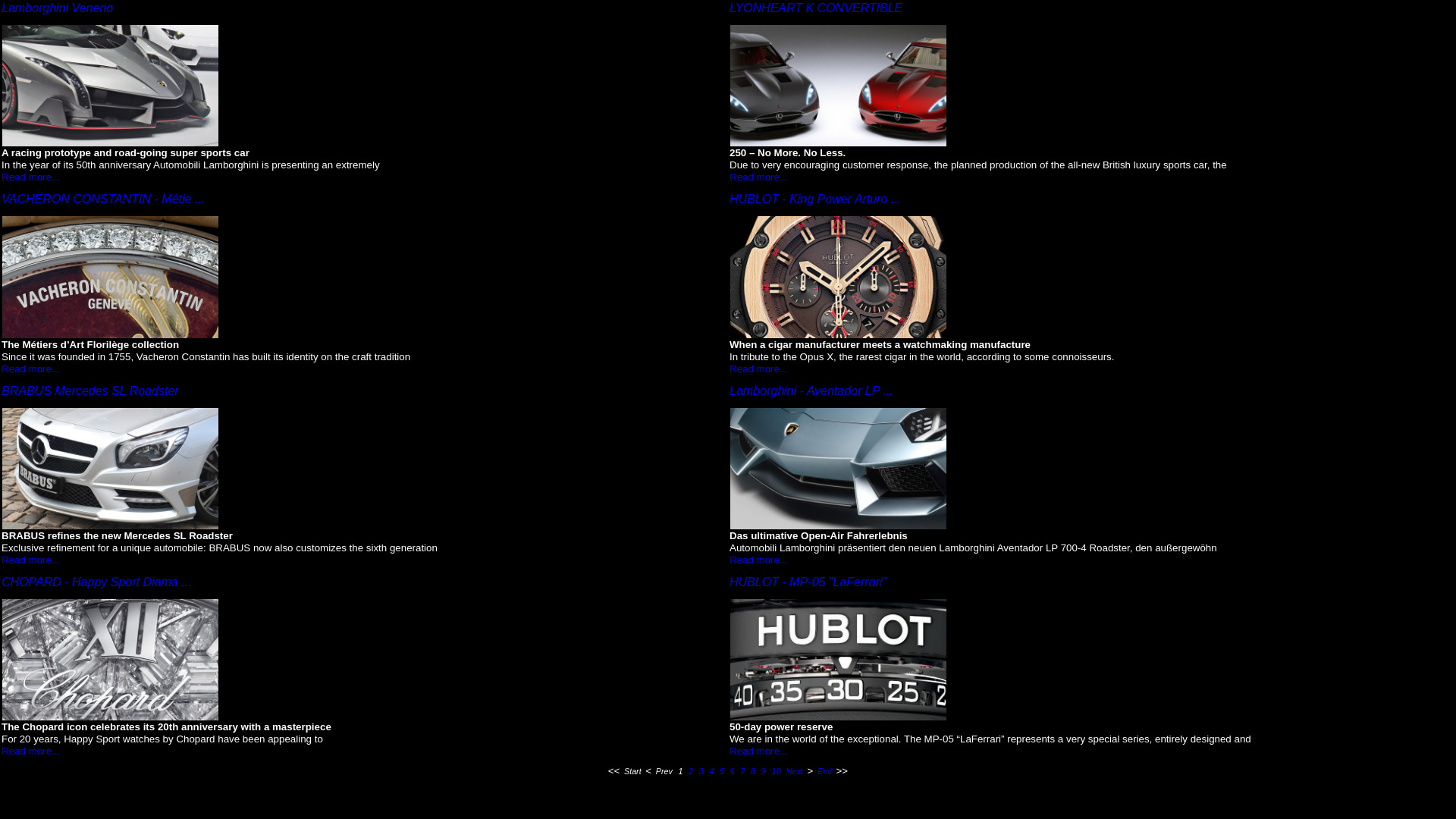 The width and height of the screenshot is (1456, 819). What do you see at coordinates (824, 771) in the screenshot?
I see `'End'` at bounding box center [824, 771].